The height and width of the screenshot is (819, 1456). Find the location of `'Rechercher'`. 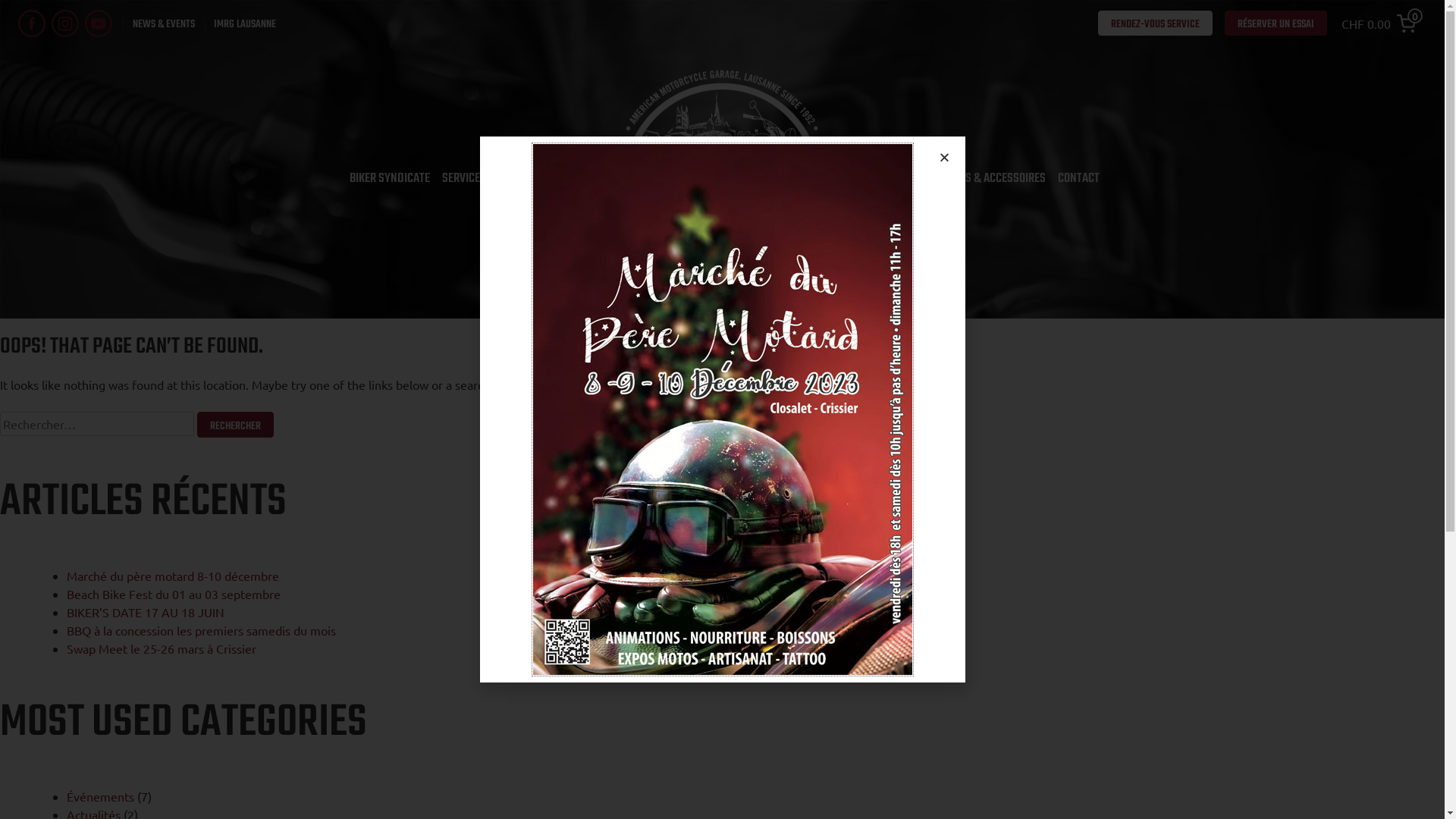

'Rechercher' is located at coordinates (234, 424).